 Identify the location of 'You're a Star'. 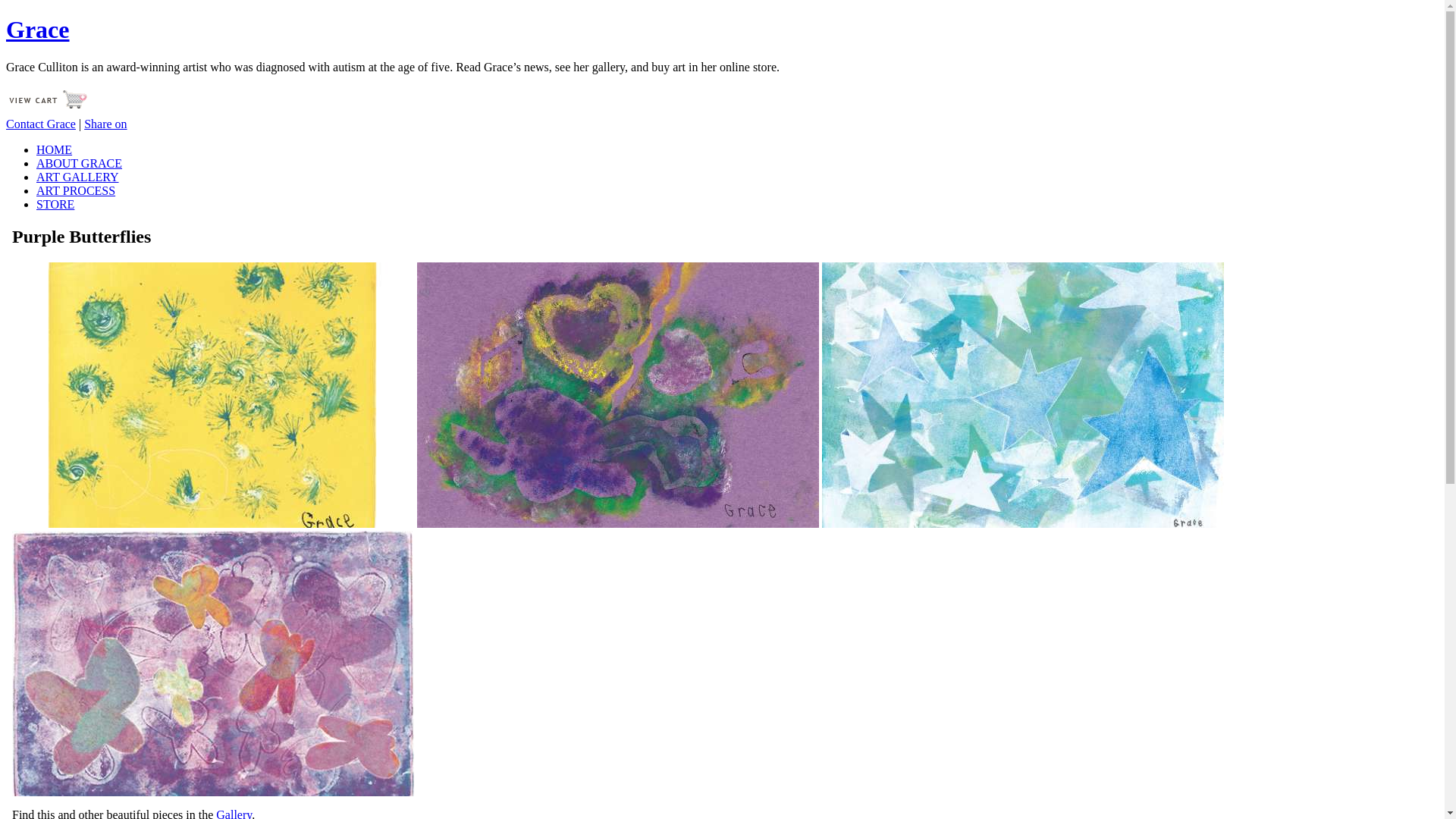
(1022, 394).